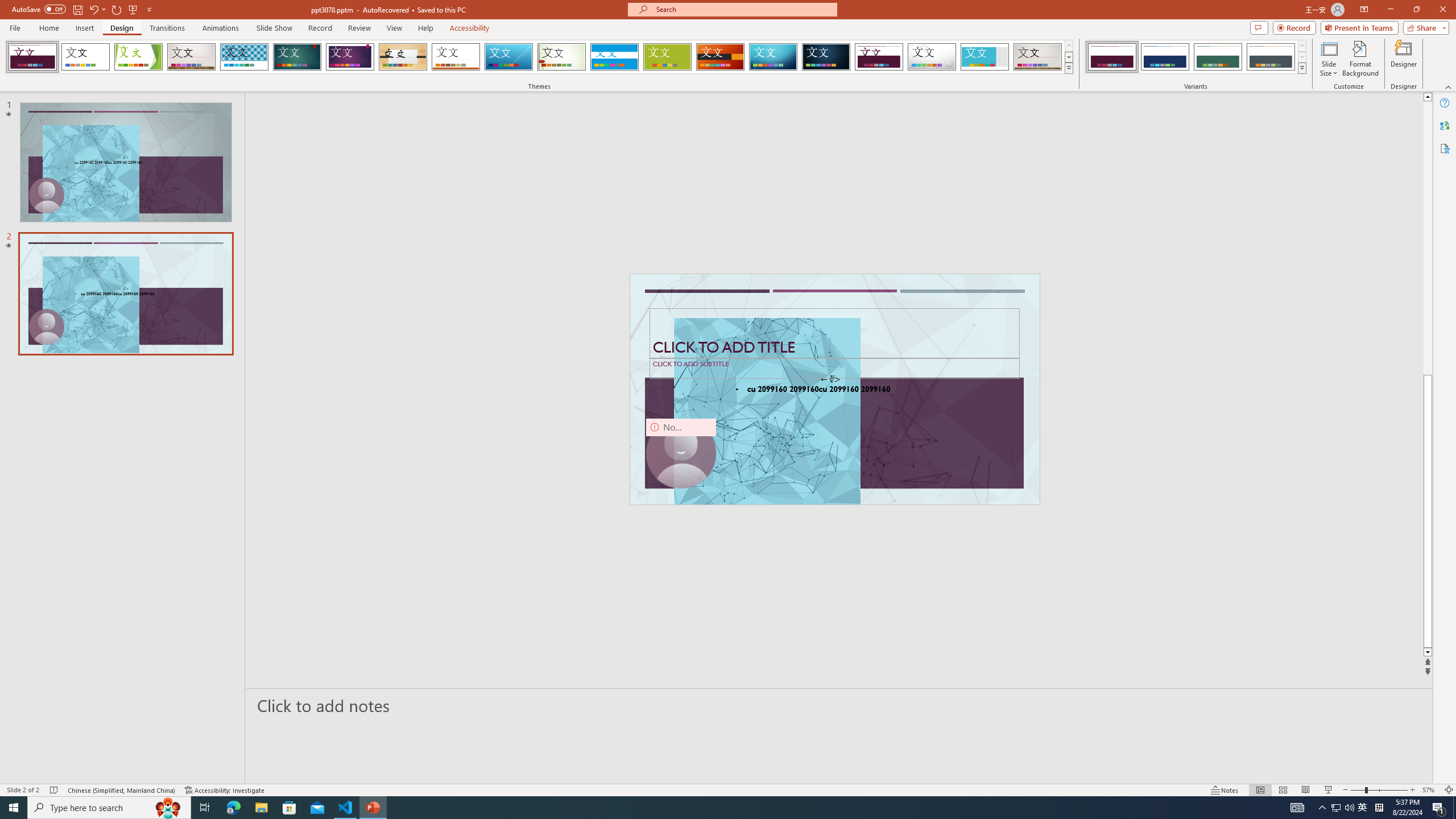 The image size is (1456, 819). I want to click on 'Ion Boardroom', so click(350, 56).